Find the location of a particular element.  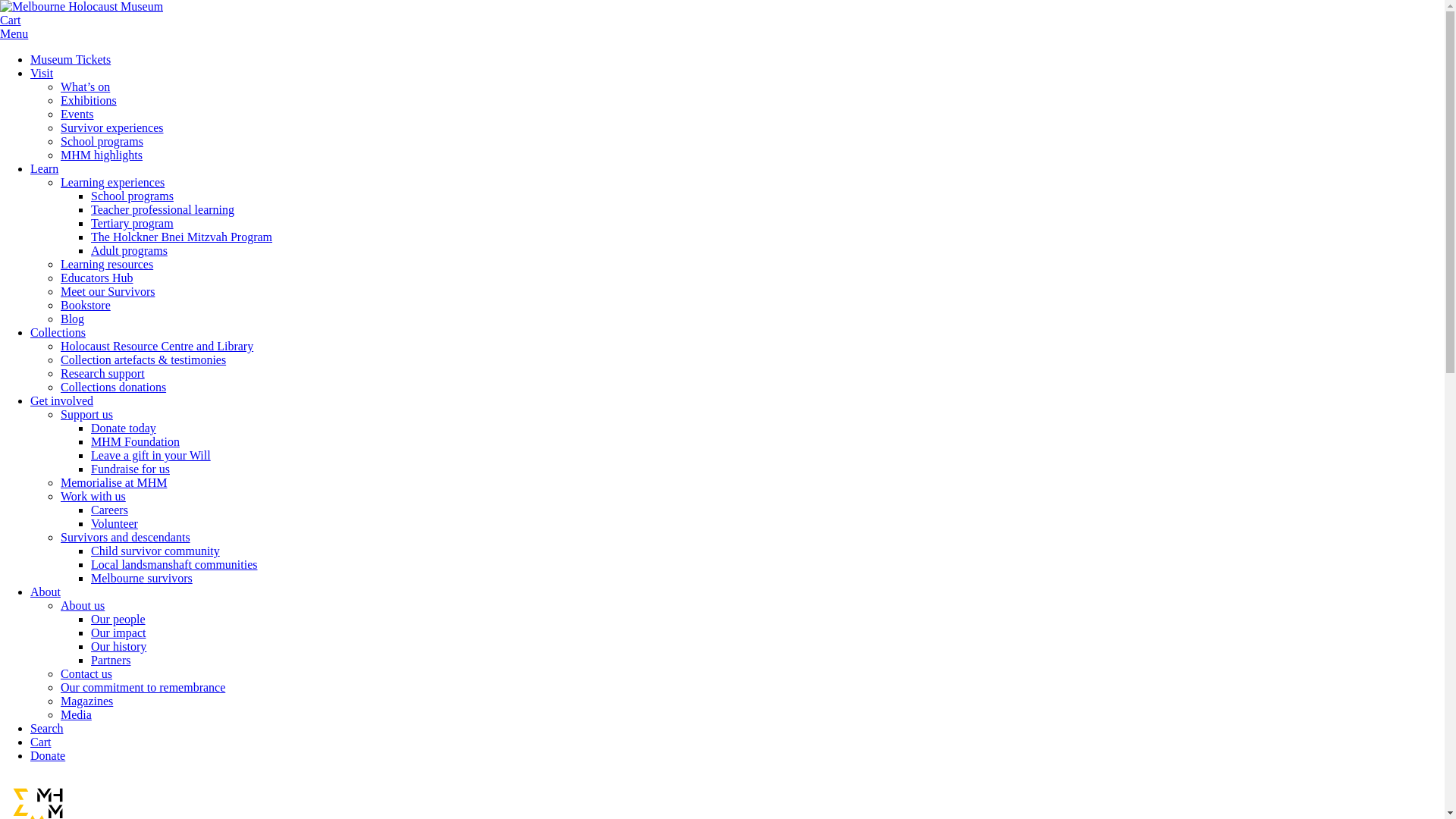

'Museum Tickets' is located at coordinates (69, 58).